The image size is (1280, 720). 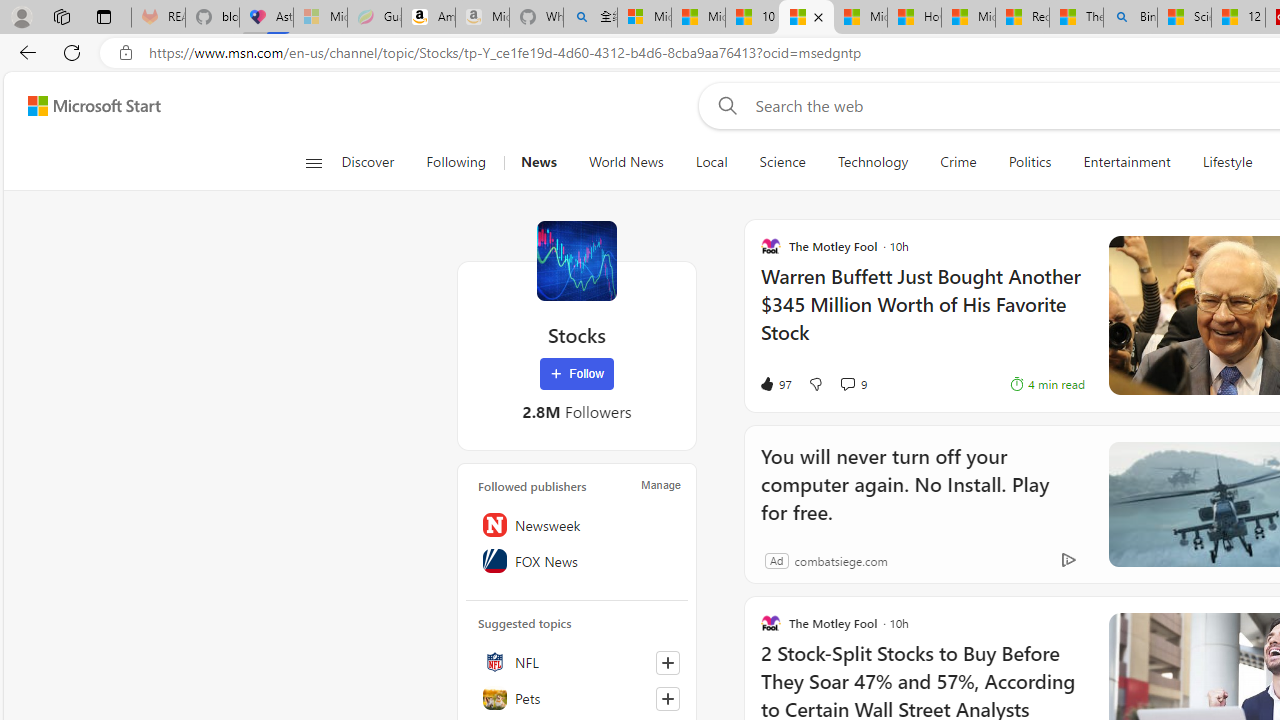 What do you see at coordinates (1226, 162) in the screenshot?
I see `'Lifestyle'` at bounding box center [1226, 162].